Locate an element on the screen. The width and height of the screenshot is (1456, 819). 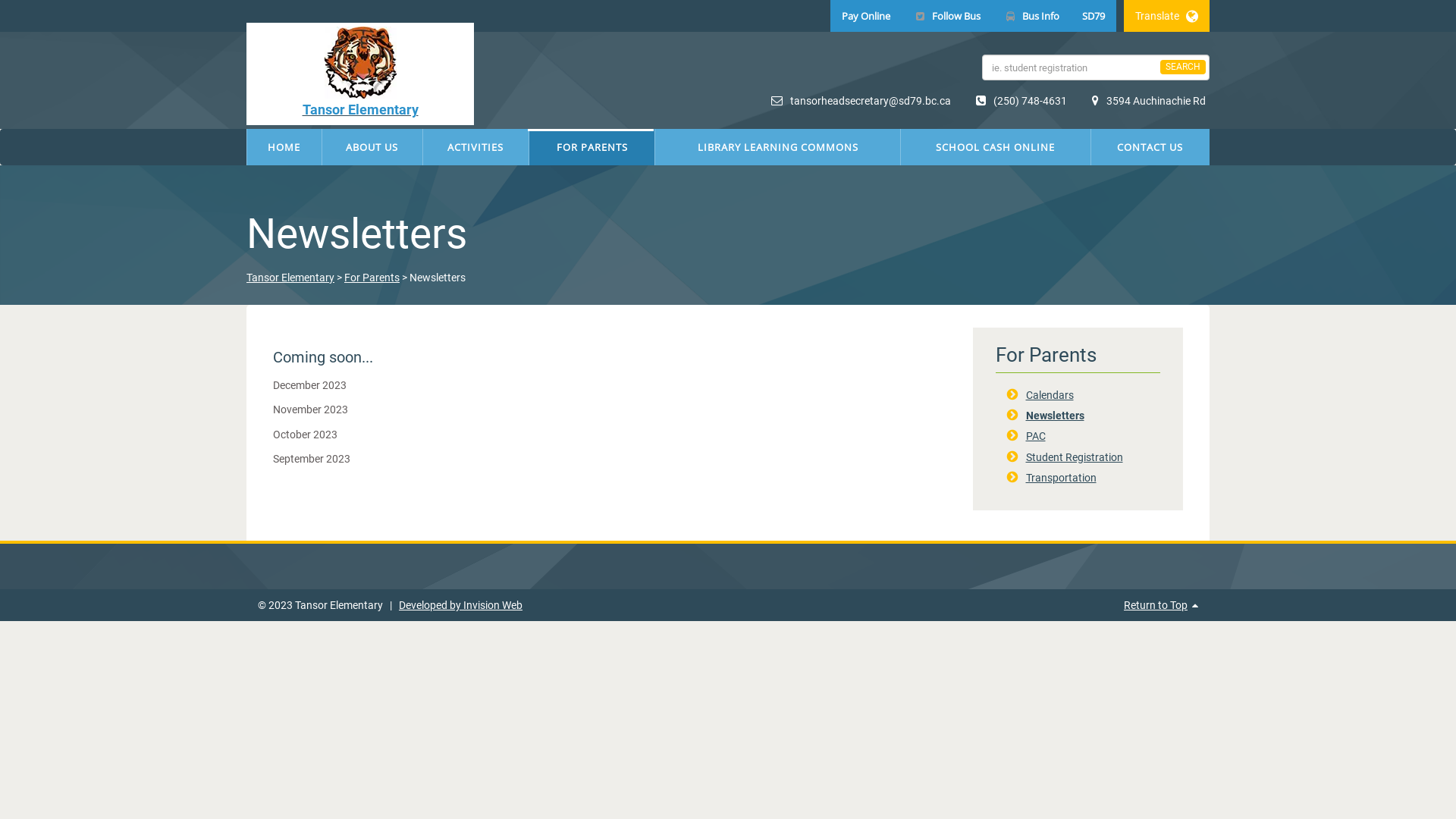
'Developed by Invision Web' is located at coordinates (460, 604).